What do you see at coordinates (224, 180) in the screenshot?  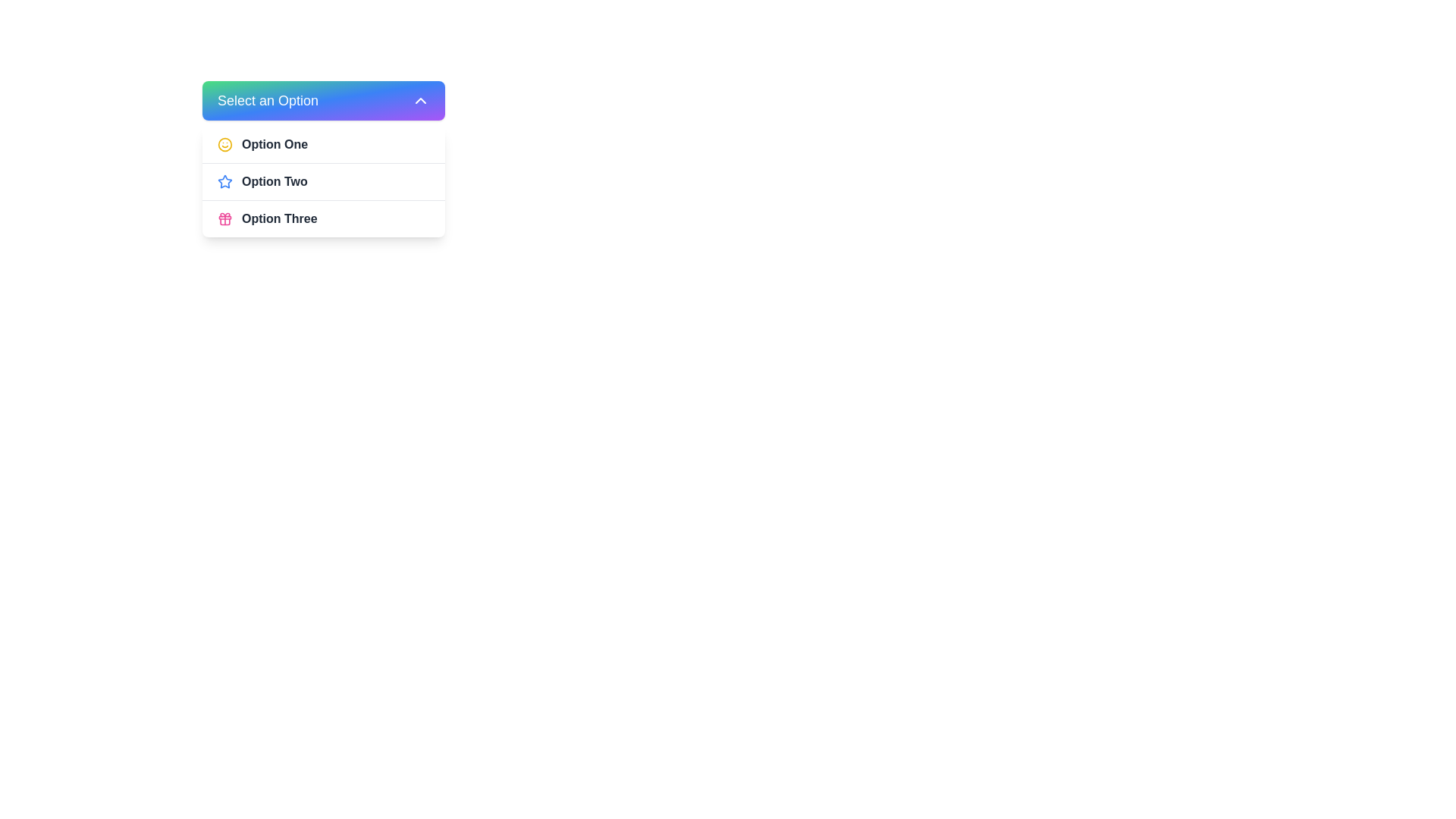 I see `the blue star icon located to the left of the text 'Option Two' in the dropdown menu` at bounding box center [224, 180].